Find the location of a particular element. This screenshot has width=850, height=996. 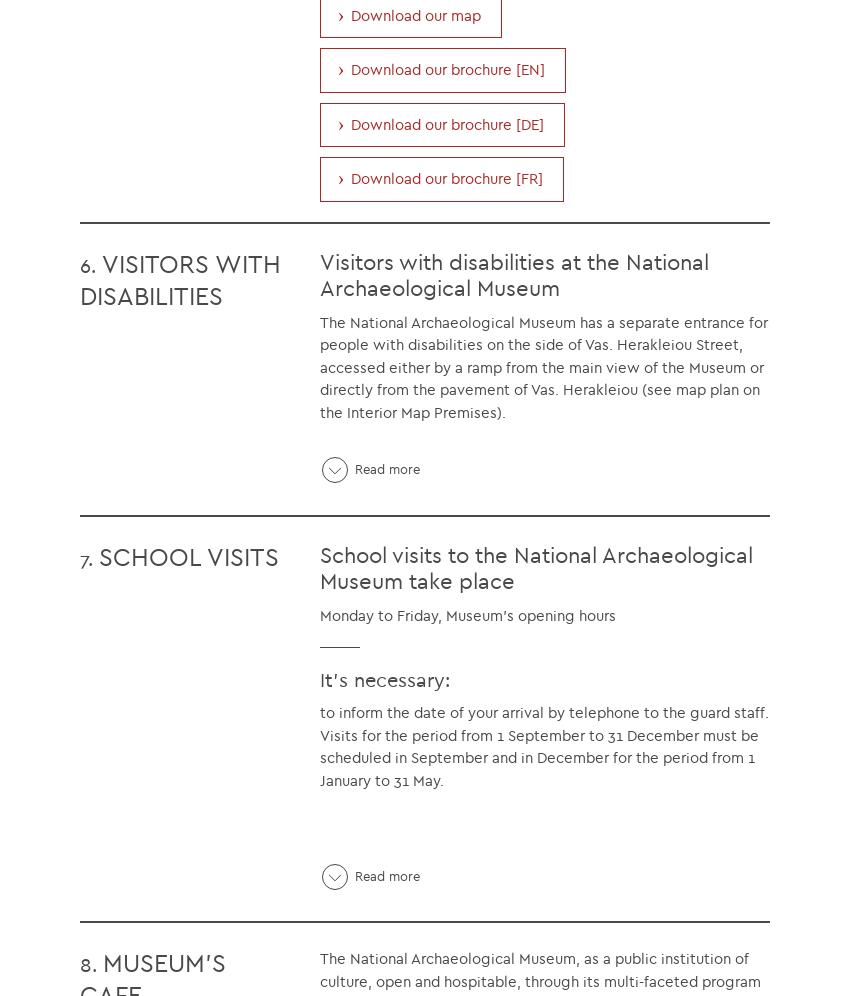

'7.' is located at coordinates (88, 556).